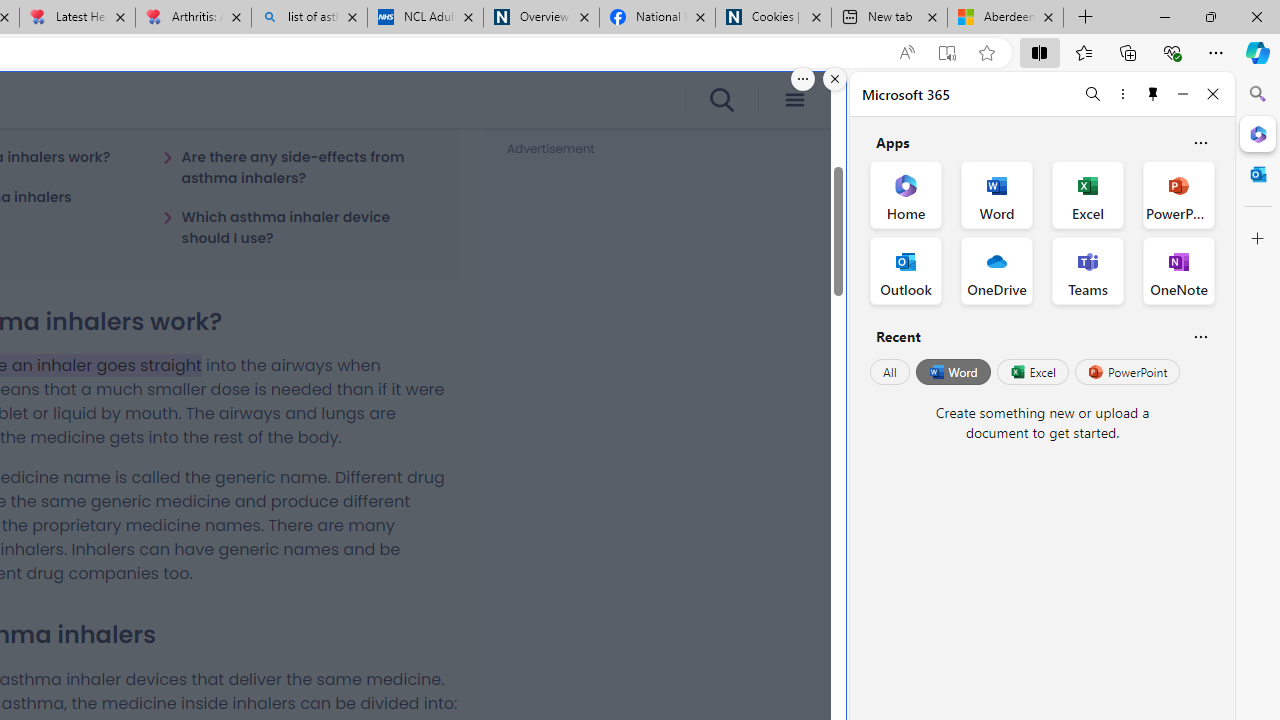  I want to click on 'Which asthma inhaler device should I use?', so click(297, 226).